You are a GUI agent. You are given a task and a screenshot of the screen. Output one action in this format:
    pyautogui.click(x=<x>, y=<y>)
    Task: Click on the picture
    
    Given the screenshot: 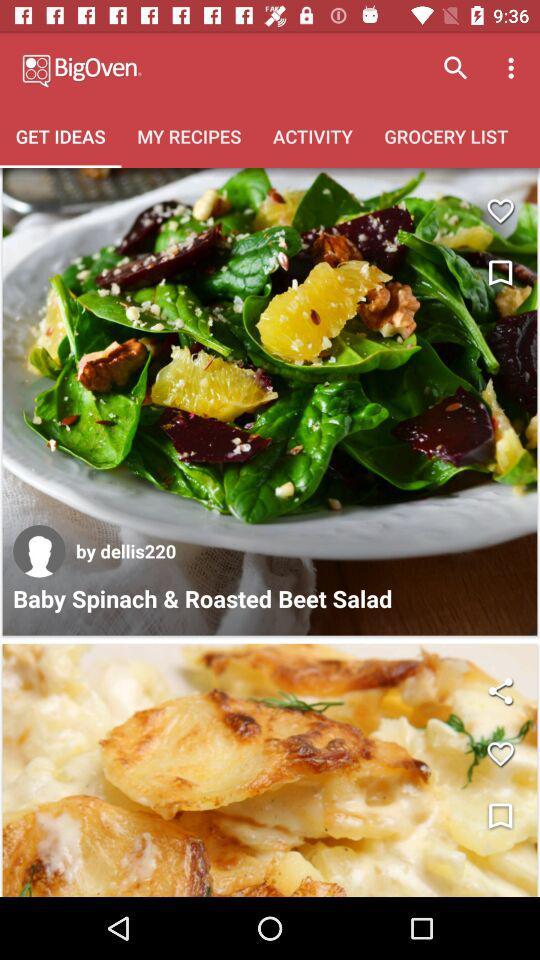 What is the action you would take?
    pyautogui.click(x=270, y=769)
    